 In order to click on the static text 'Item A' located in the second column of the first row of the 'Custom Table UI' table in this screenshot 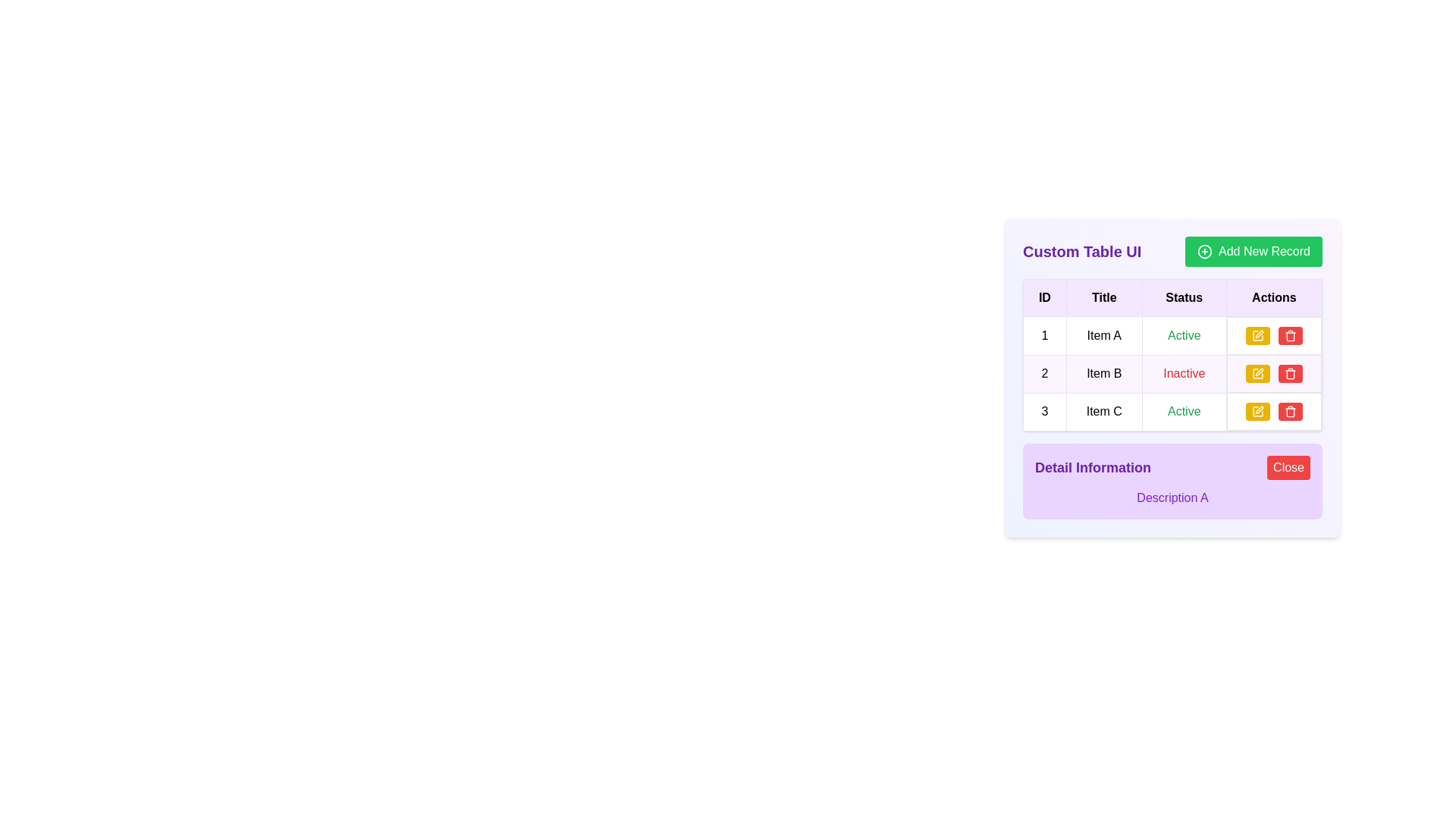, I will do `click(1104, 334)`.